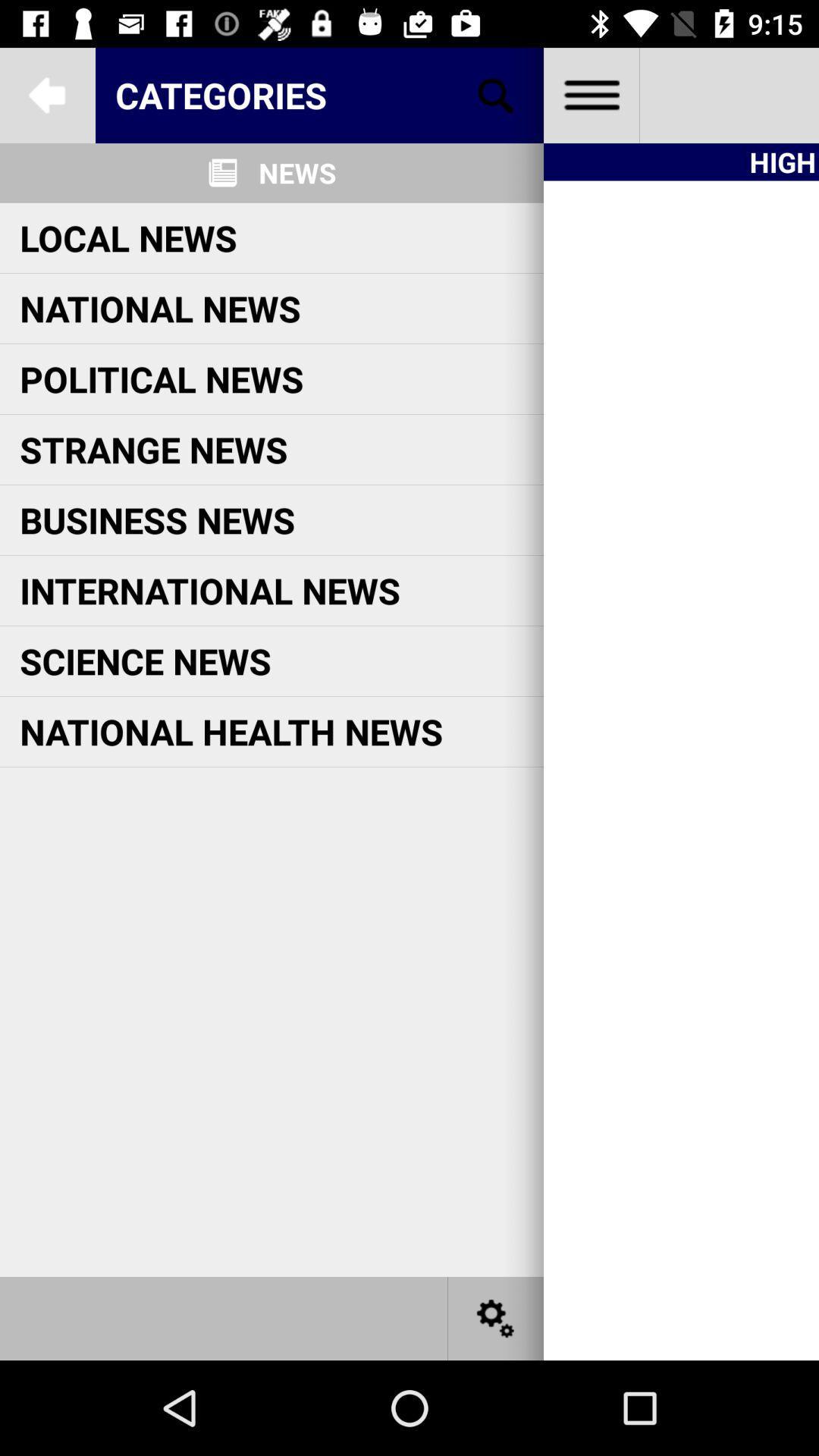 This screenshot has height=1456, width=819. What do you see at coordinates (46, 94) in the screenshot?
I see `go back` at bounding box center [46, 94].